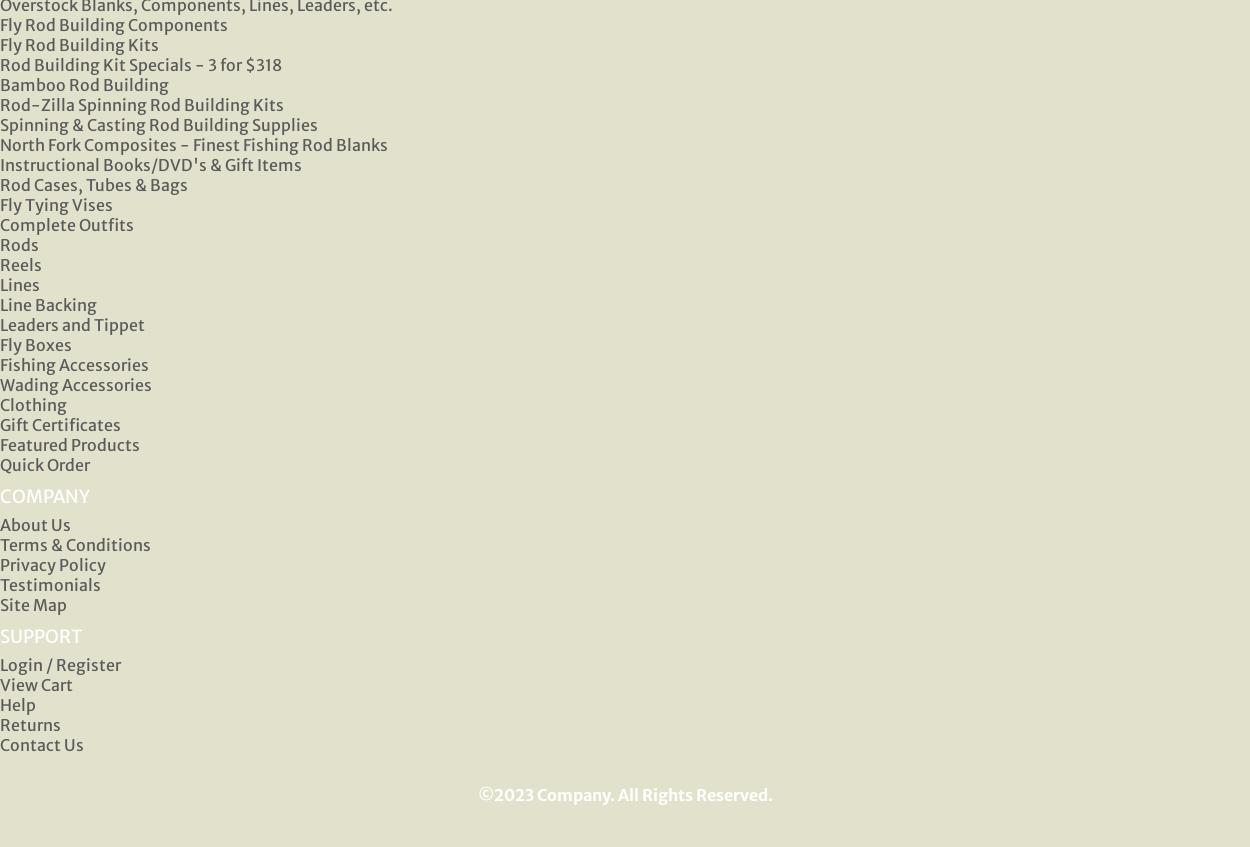 The height and width of the screenshot is (847, 1250). What do you see at coordinates (33, 605) in the screenshot?
I see `'Site Map'` at bounding box center [33, 605].